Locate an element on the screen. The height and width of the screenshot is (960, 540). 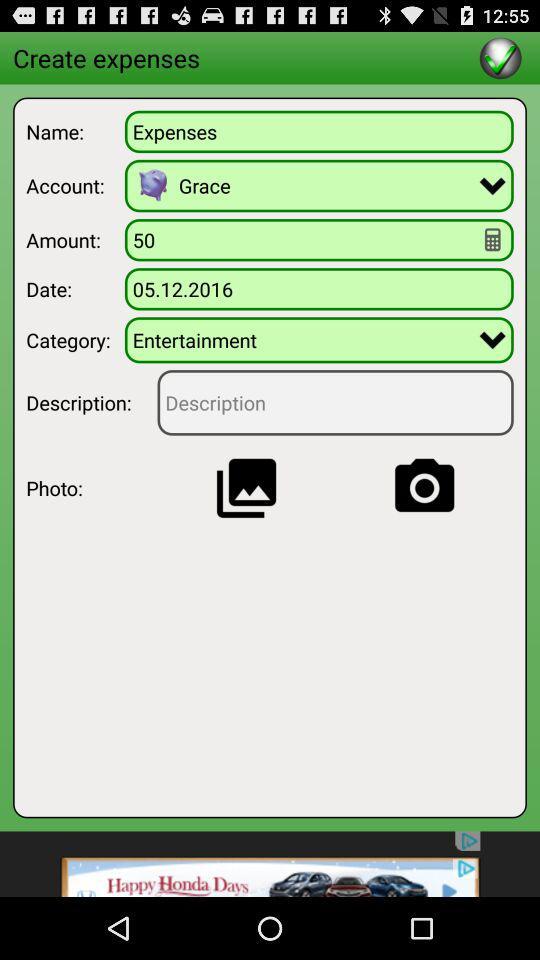
create is located at coordinates (499, 56).